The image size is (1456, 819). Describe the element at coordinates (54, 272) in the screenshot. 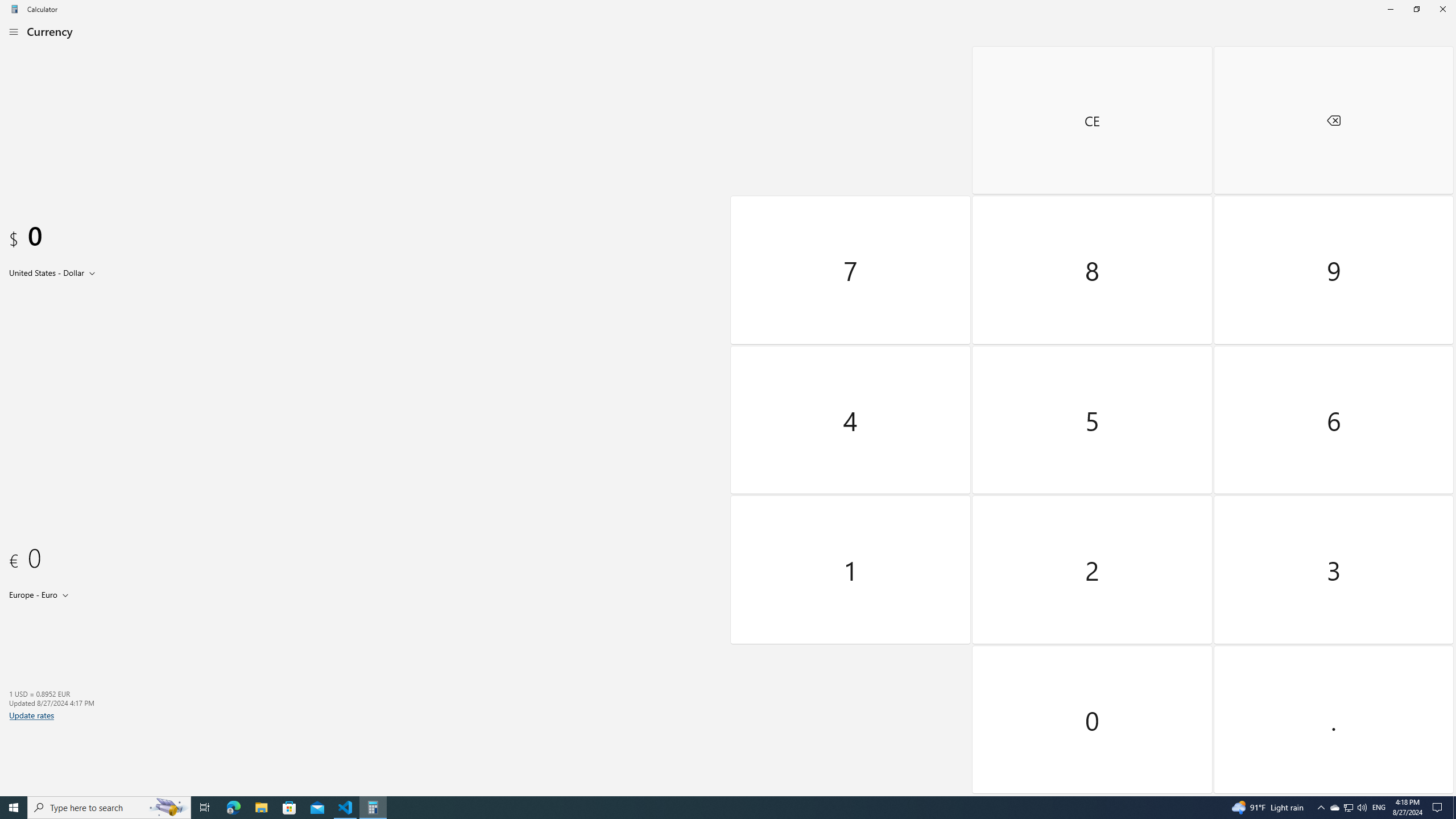

I see `'Input unit'` at that location.